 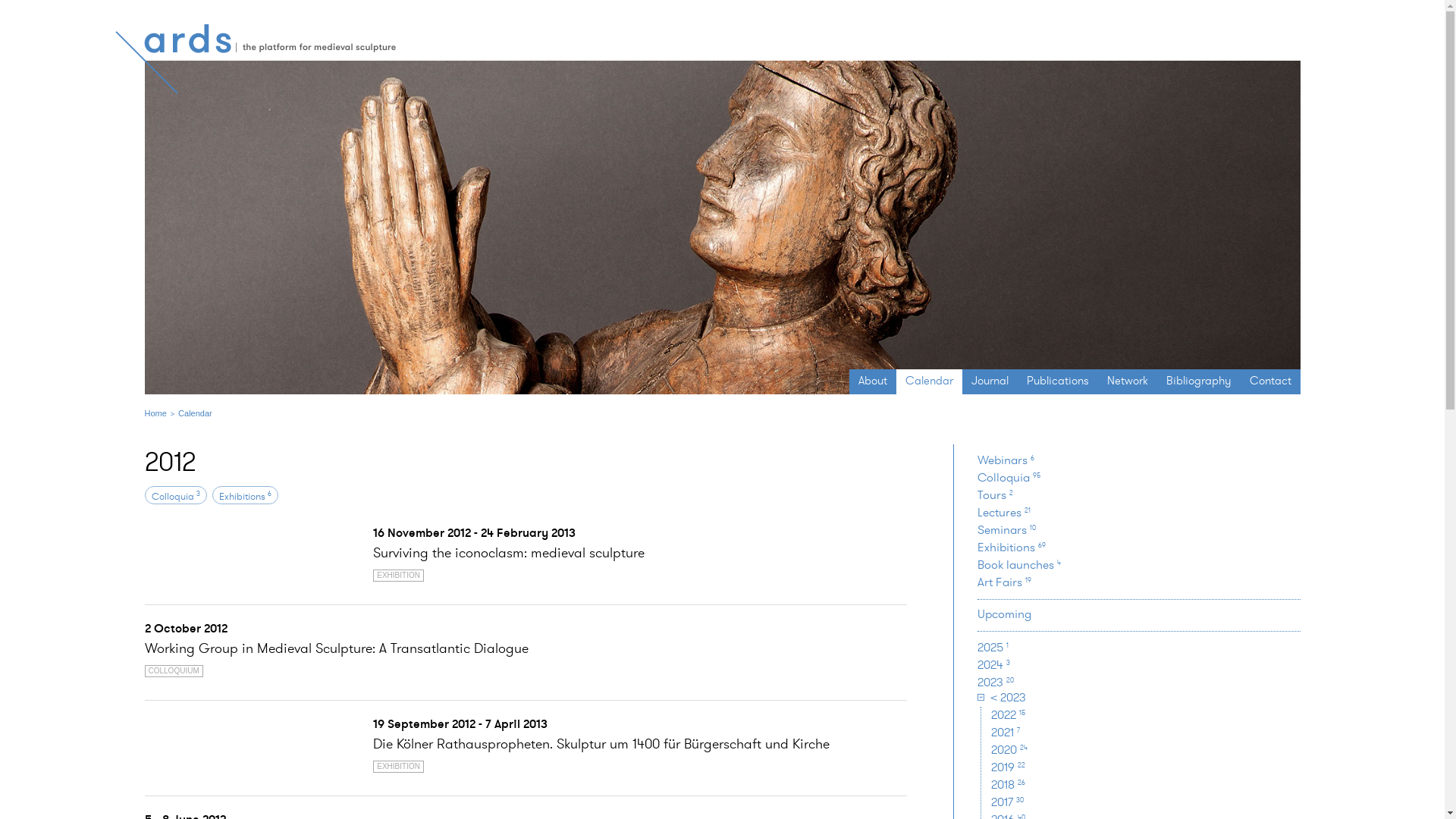 What do you see at coordinates (473, 532) in the screenshot?
I see `'16 November 2012 - 24 February 2013'` at bounding box center [473, 532].